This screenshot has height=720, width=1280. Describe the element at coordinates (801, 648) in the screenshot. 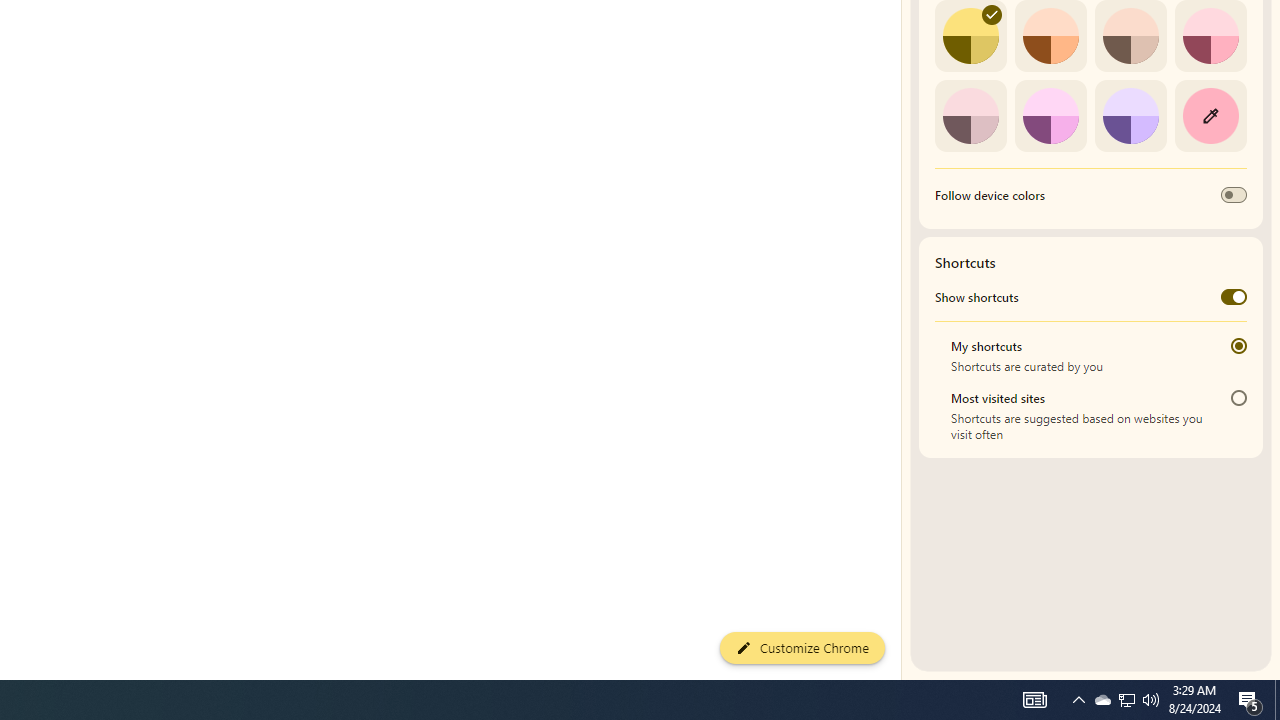

I see `'Customize Chrome'` at that location.